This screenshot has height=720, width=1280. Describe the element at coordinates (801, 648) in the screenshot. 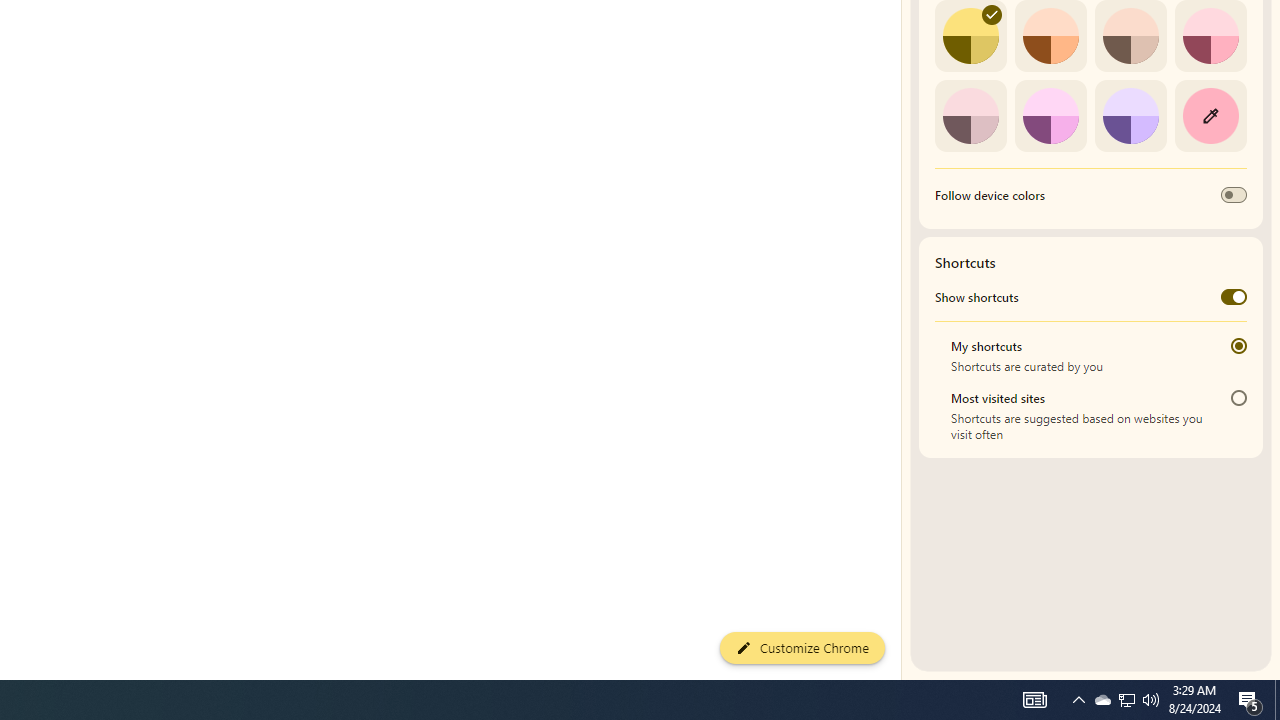

I see `'Customize Chrome'` at that location.